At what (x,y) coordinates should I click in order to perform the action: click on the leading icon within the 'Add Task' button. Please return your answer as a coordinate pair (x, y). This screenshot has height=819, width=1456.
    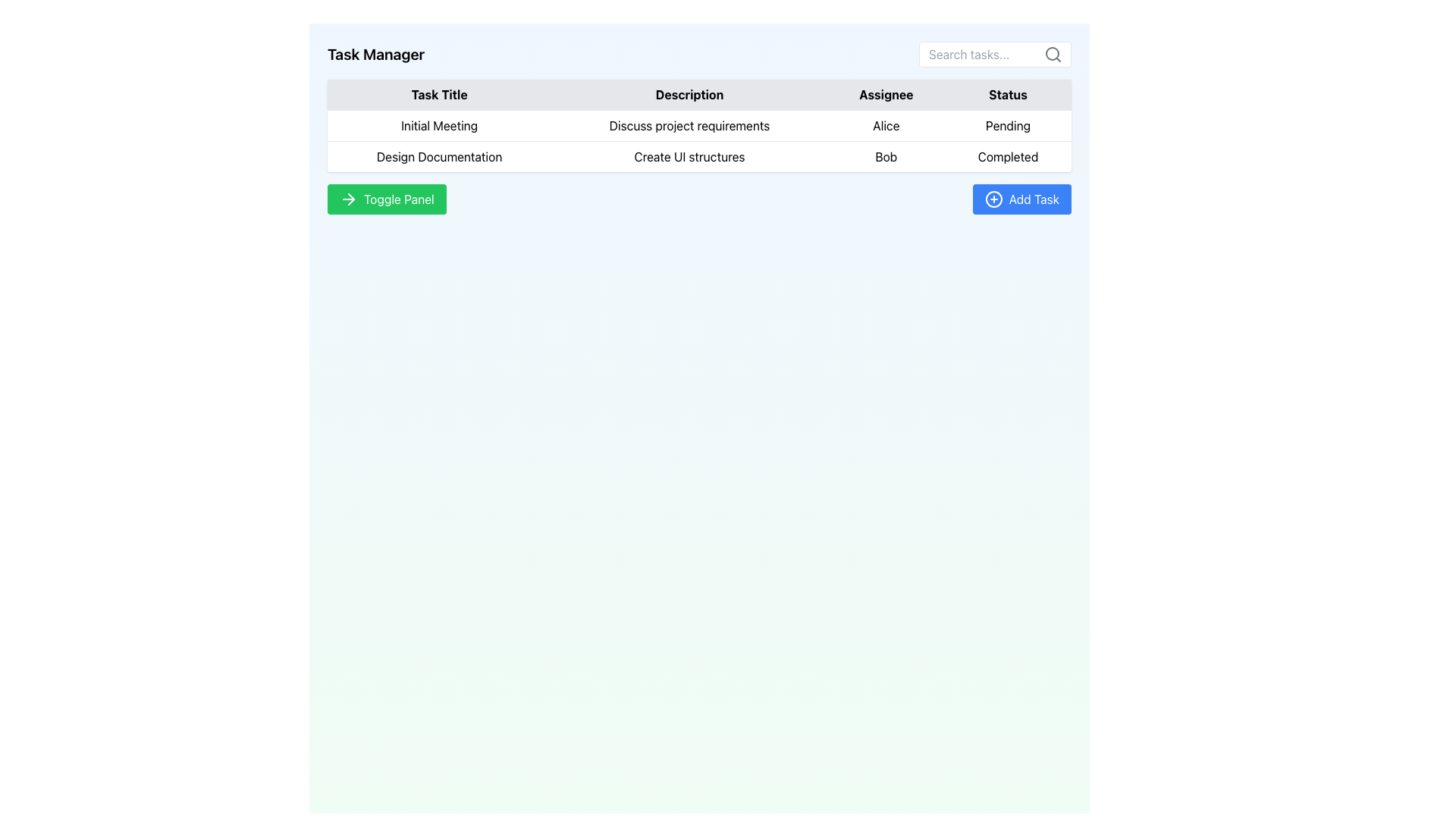
    Looking at the image, I should click on (993, 198).